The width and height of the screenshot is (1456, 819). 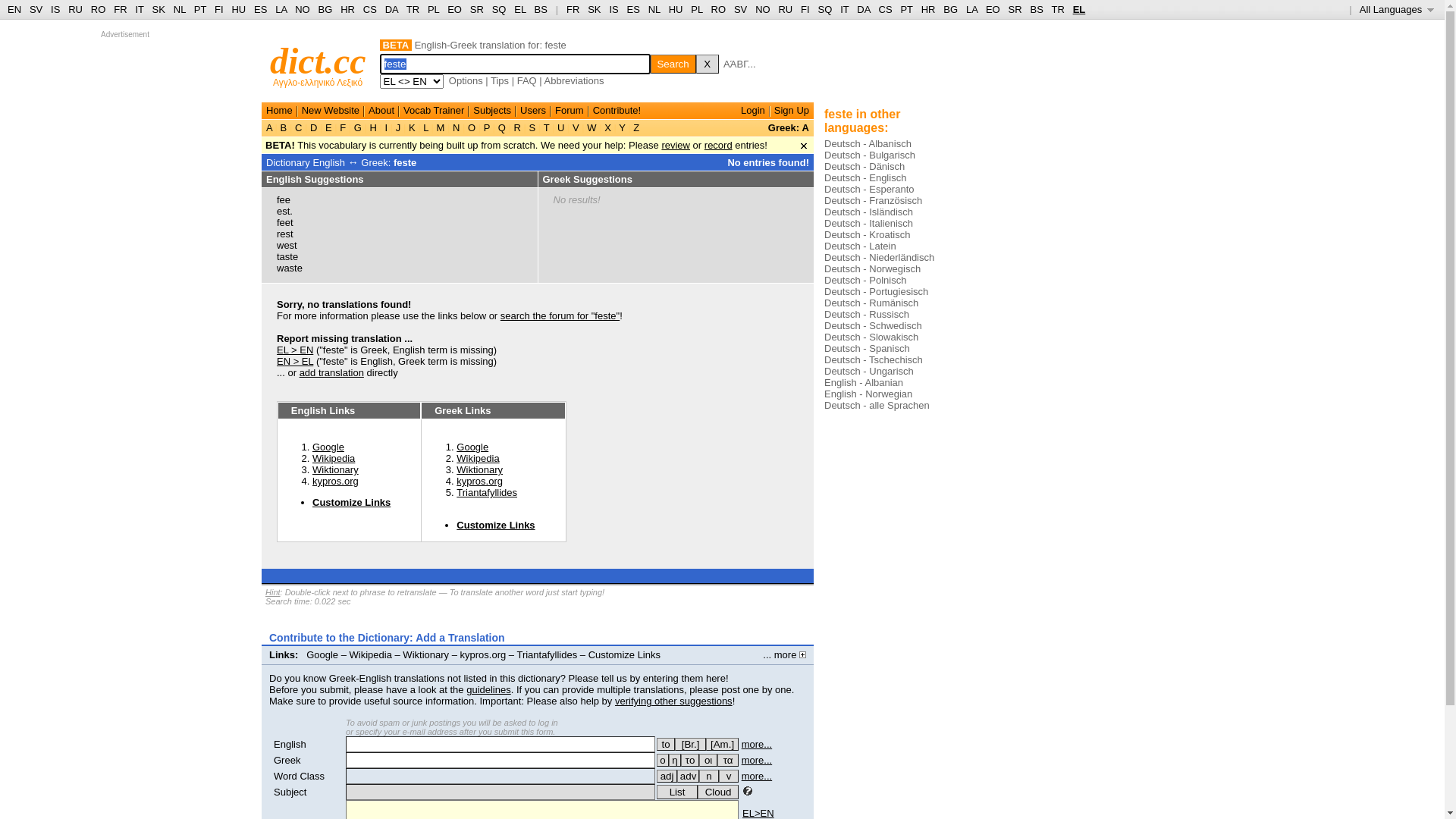 I want to click on 'Deutsch - Slowakisch', so click(x=871, y=336).